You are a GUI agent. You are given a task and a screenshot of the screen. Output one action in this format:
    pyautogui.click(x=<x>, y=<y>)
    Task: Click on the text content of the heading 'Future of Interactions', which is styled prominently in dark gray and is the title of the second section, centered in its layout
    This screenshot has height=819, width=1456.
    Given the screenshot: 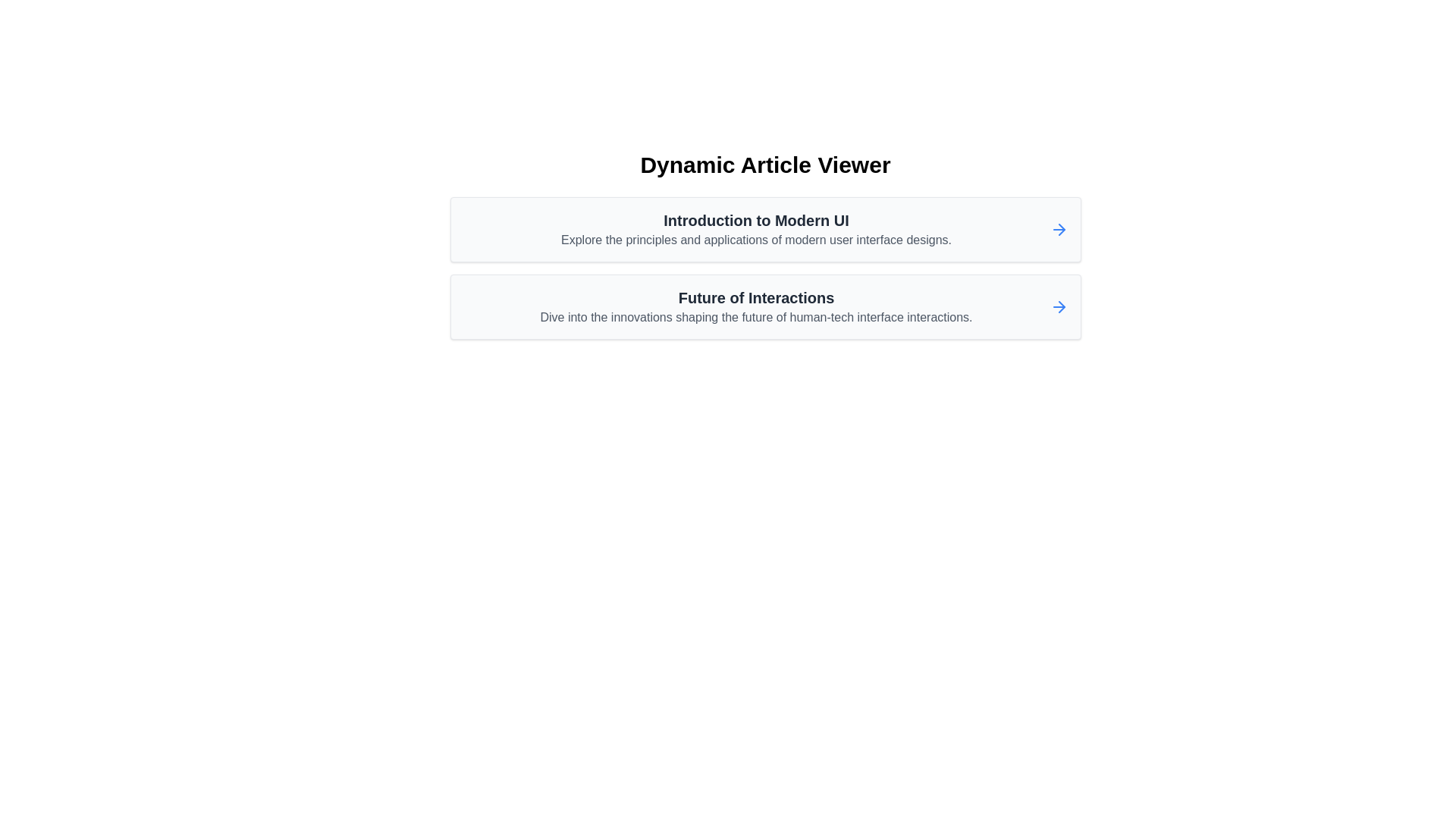 What is the action you would take?
    pyautogui.click(x=756, y=298)
    